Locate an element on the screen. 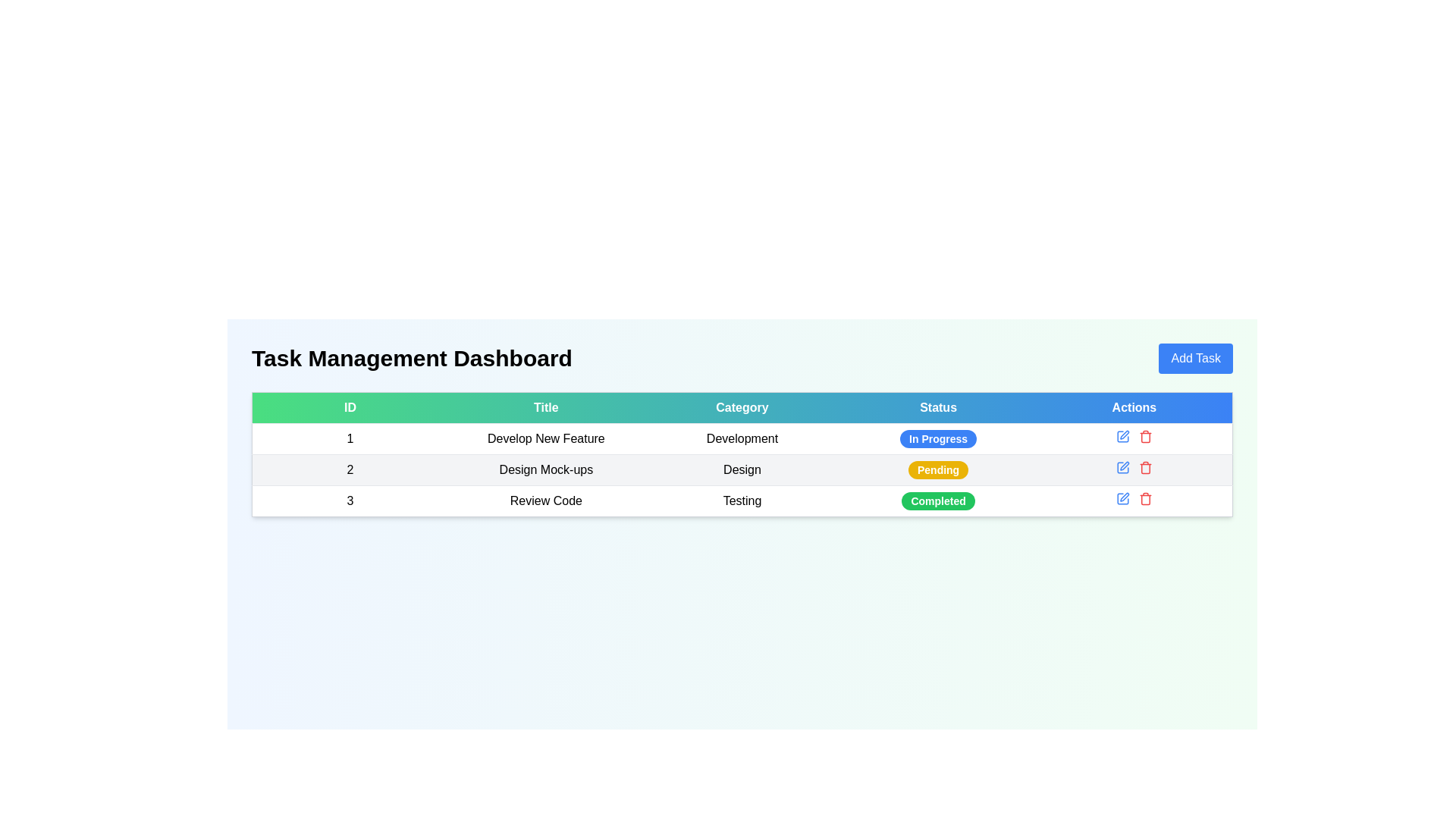  the text element labeled 'Design' which is bold and black, located in the second row of the table within the 'Category' column is located at coordinates (742, 469).